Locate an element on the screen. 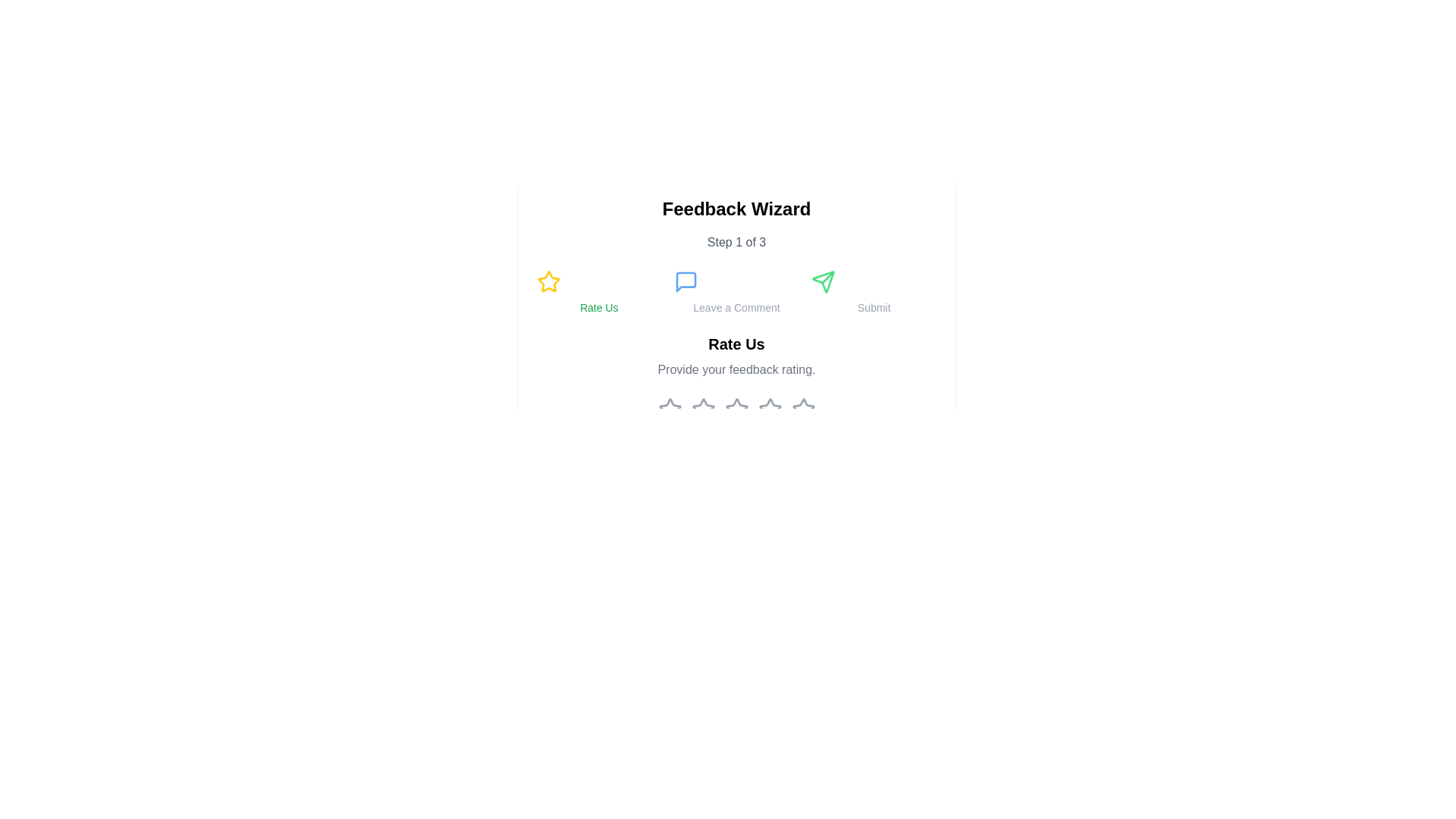 The image size is (1456, 819). the 'Submit' icon located in the upper central part of the interface is located at coordinates (823, 281).